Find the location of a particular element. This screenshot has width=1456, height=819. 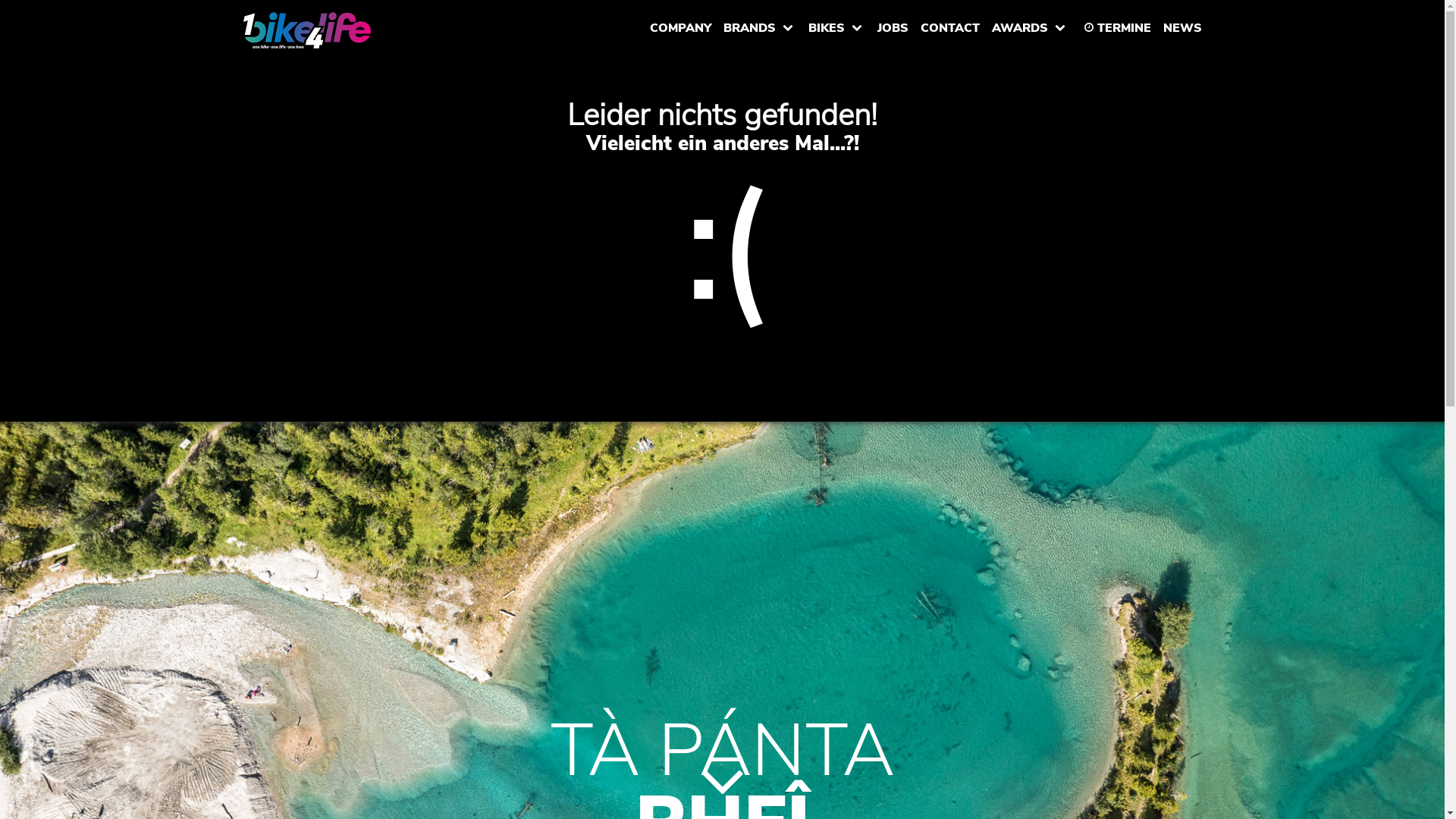

'JOBS' is located at coordinates (892, 27).